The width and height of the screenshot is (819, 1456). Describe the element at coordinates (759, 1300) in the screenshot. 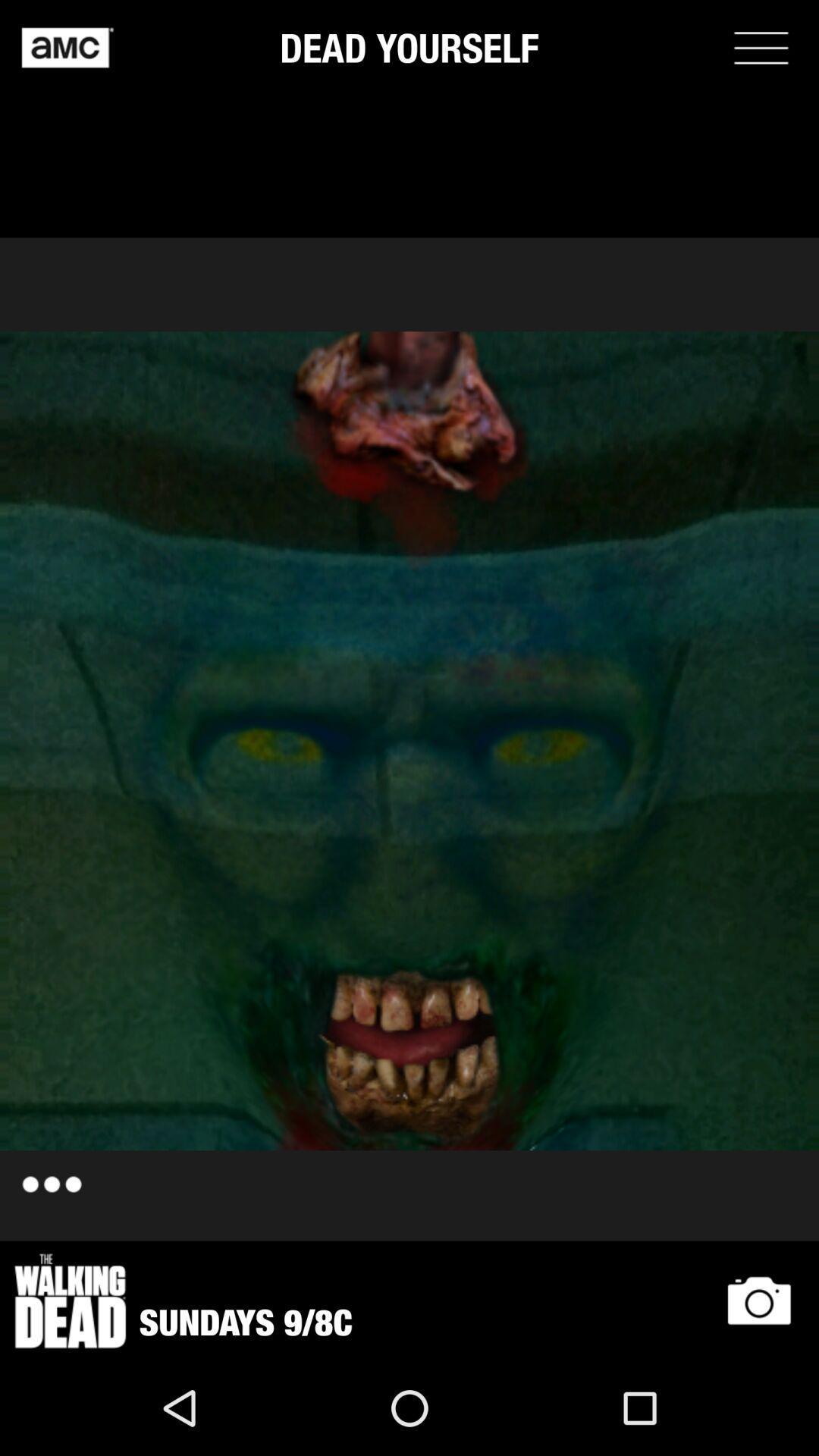

I see `the photo icon` at that location.